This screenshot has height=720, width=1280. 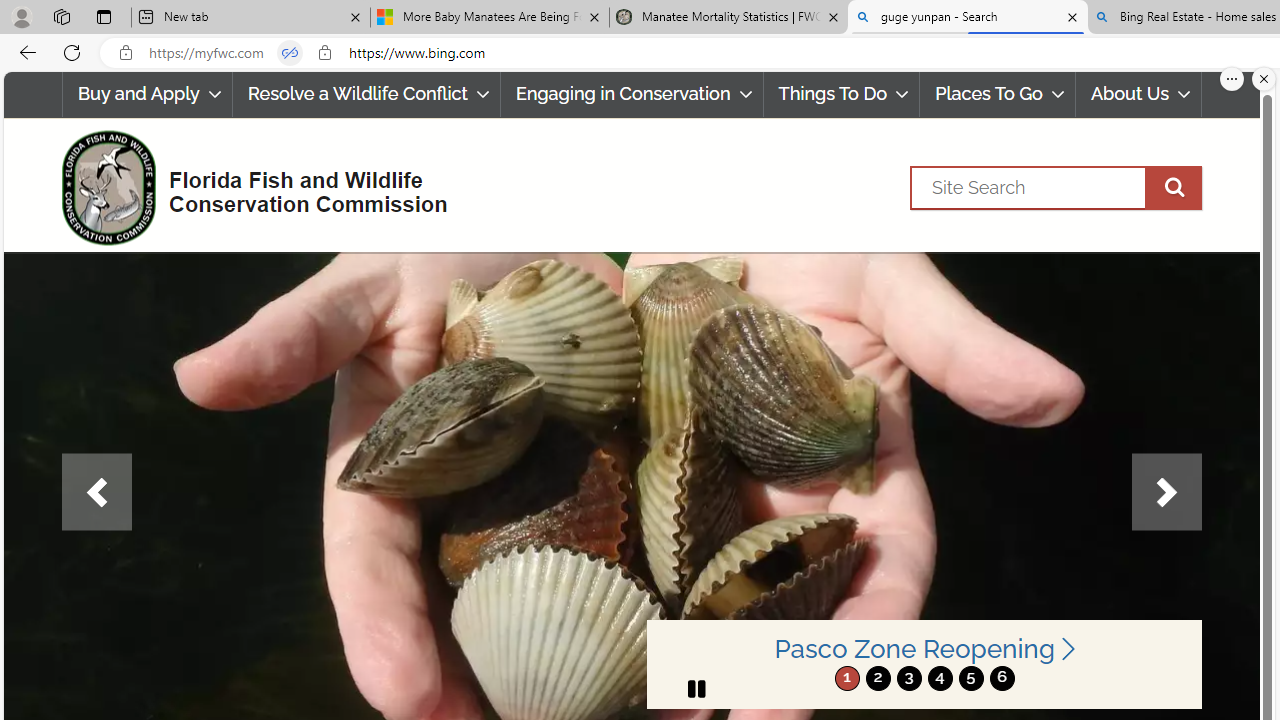 I want to click on 'Things To Do', so click(x=841, y=94).